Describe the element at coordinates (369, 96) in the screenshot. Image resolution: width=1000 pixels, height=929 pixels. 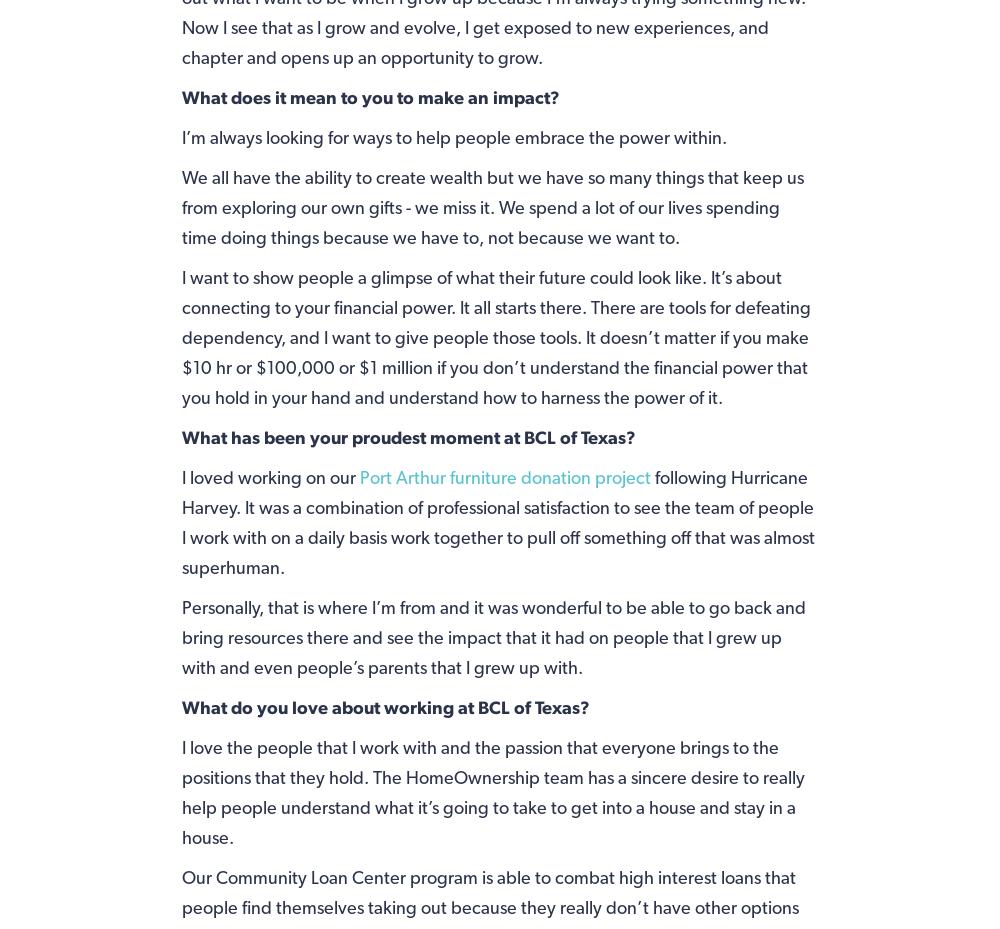
I see `'What does it mean to you to make an impact?'` at that location.